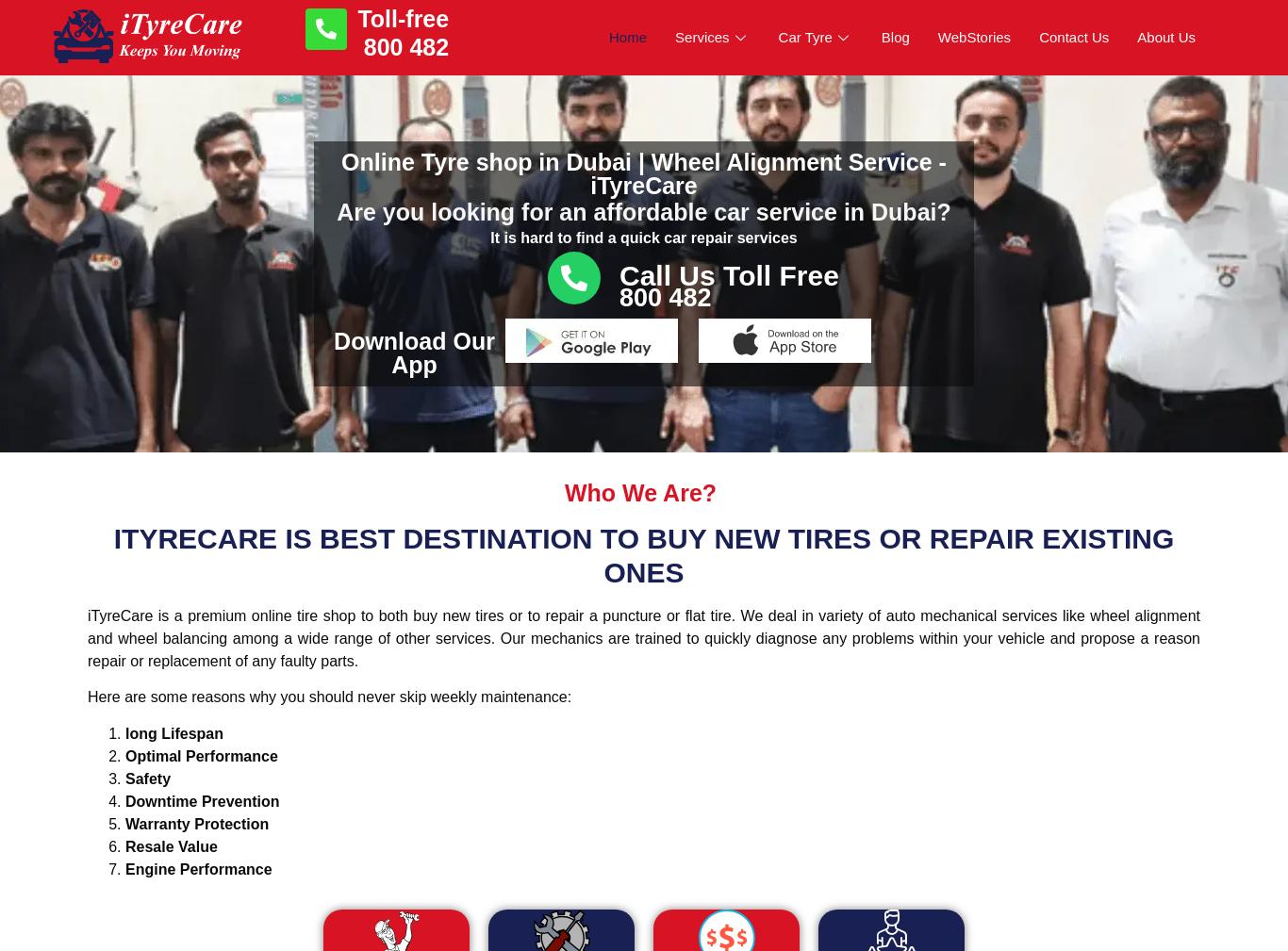 Image resolution: width=1288 pixels, height=951 pixels. I want to click on 'Car Oil Change', so click(720, 320).